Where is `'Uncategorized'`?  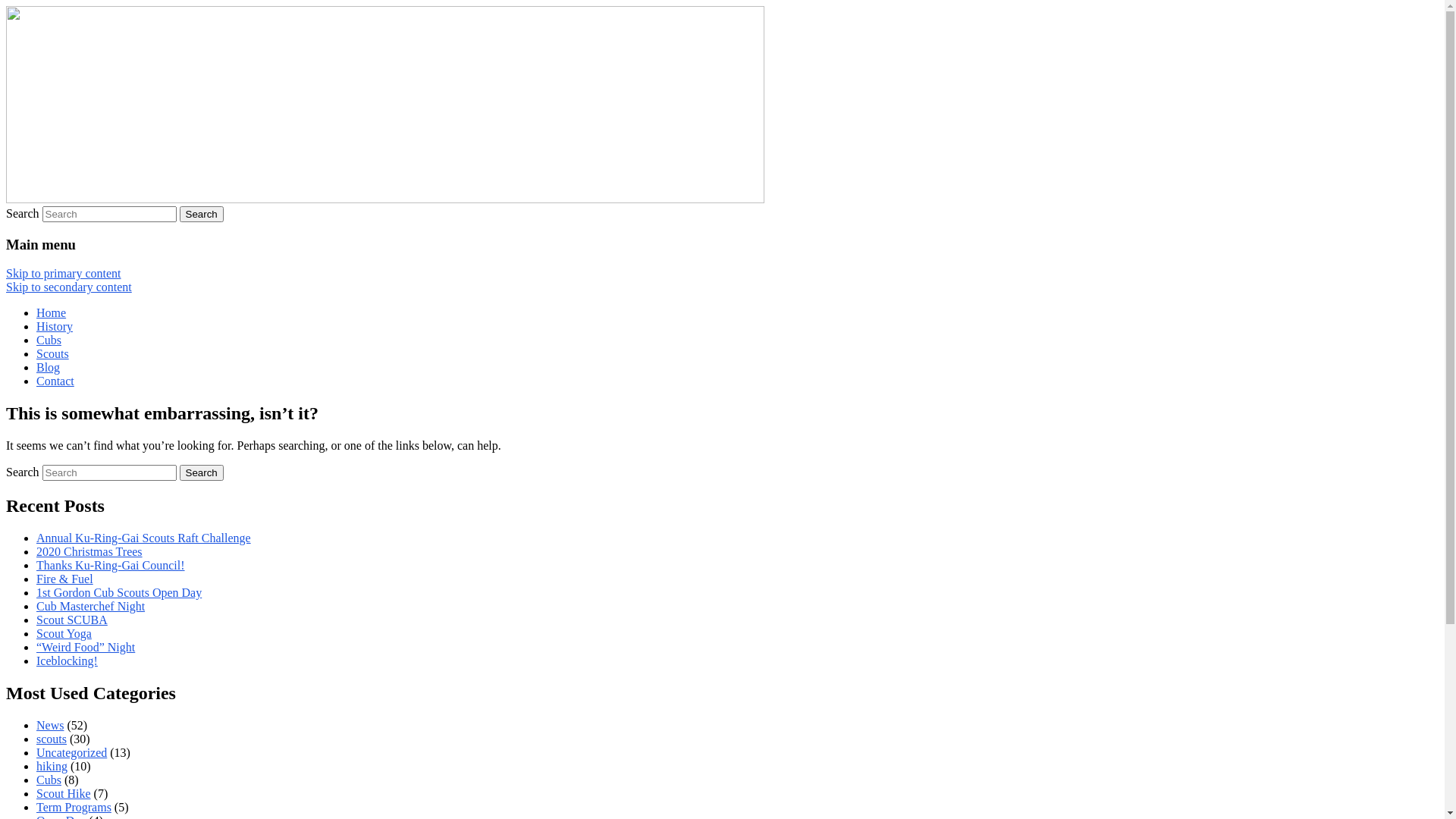 'Uncategorized' is located at coordinates (36, 752).